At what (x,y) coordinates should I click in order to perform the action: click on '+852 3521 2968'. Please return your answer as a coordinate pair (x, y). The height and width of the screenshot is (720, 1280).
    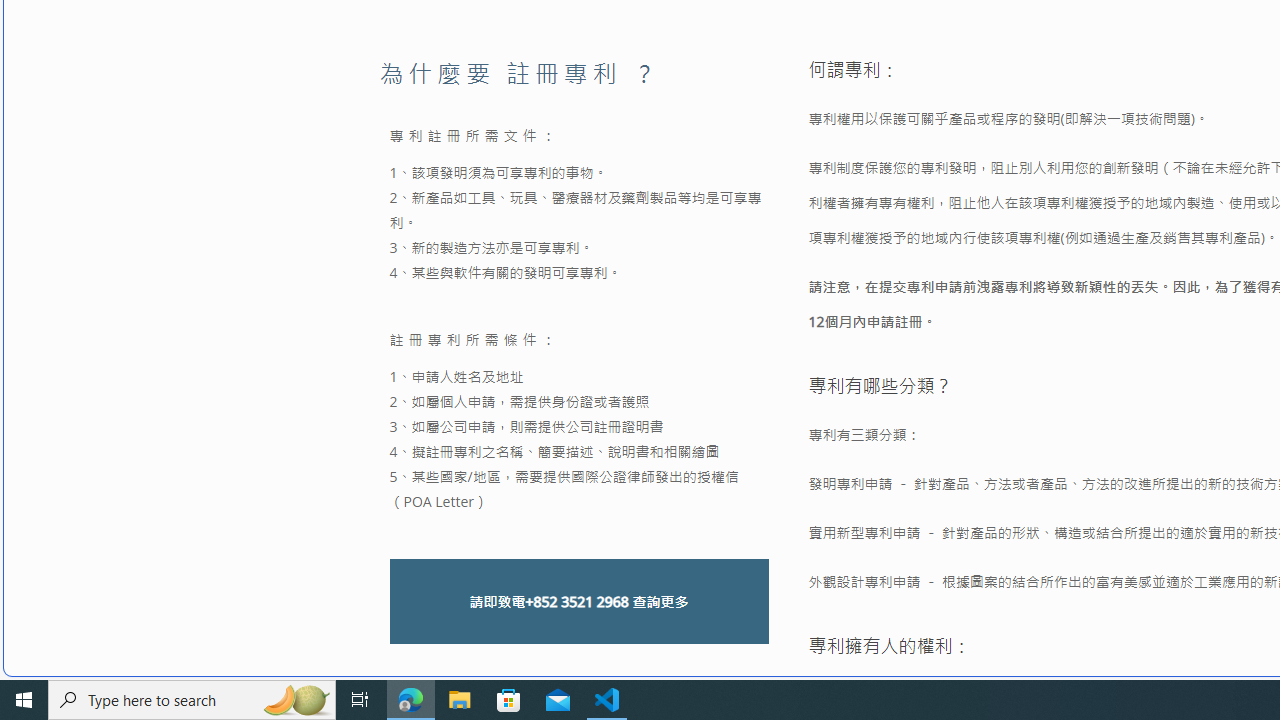
    Looking at the image, I should click on (575, 600).